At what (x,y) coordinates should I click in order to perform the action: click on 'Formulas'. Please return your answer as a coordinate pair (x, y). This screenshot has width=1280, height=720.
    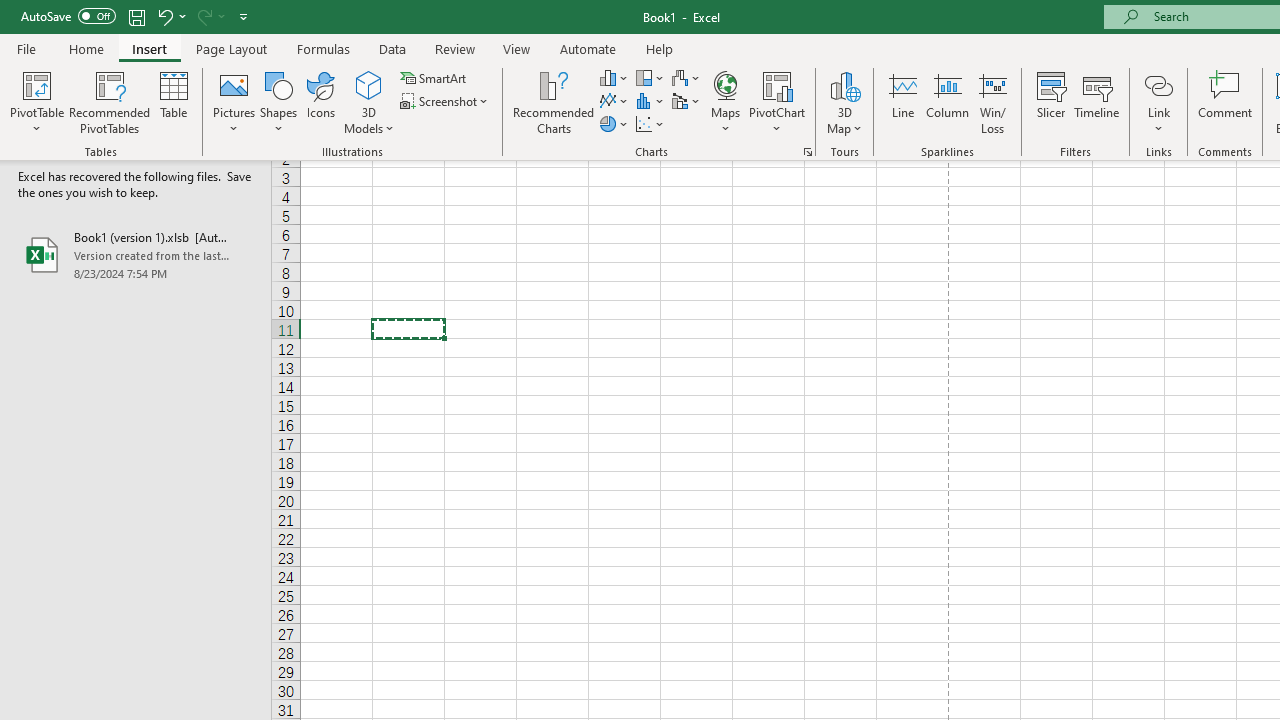
    Looking at the image, I should click on (323, 48).